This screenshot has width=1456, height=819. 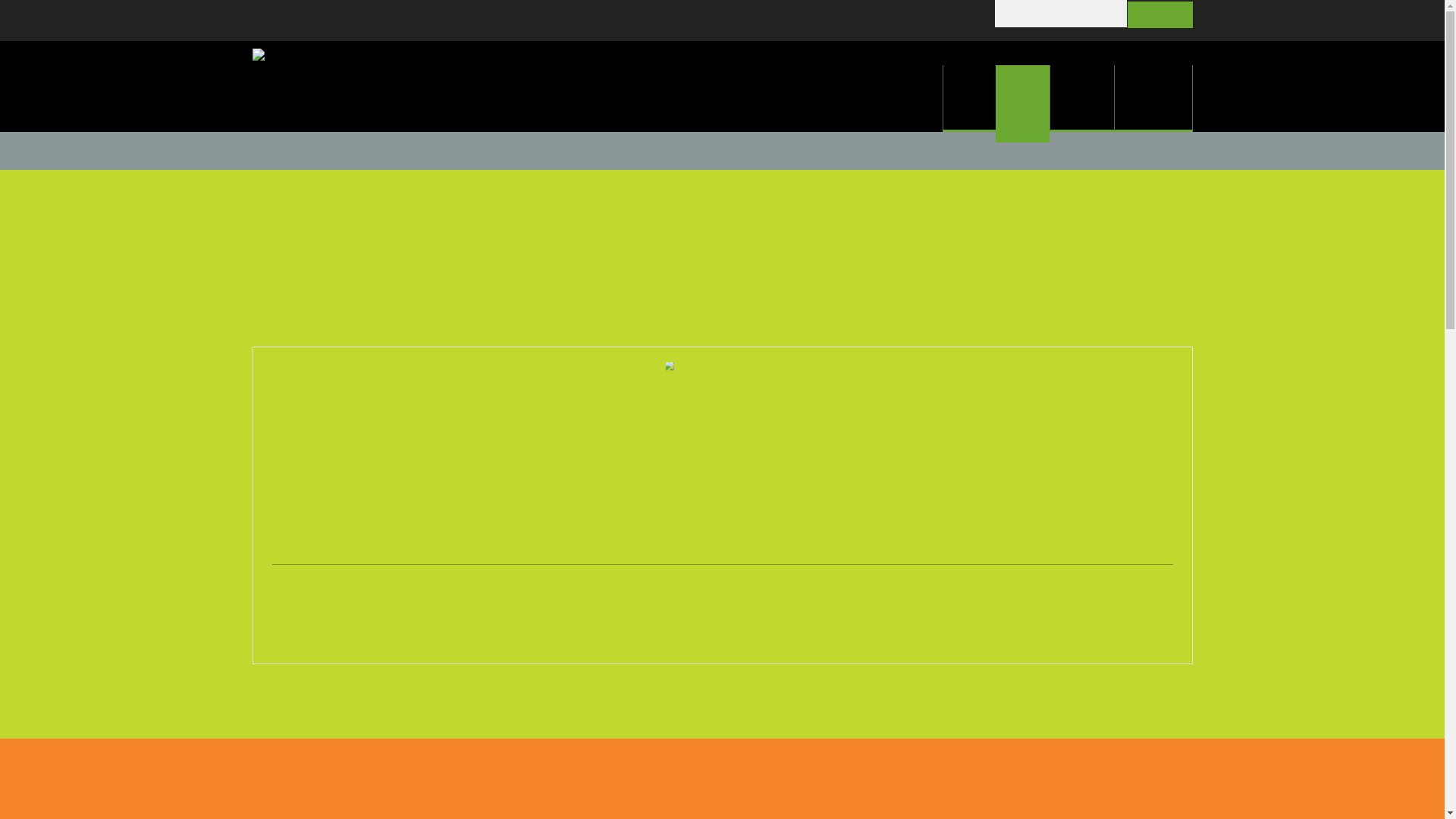 I want to click on 'Services', so click(x=1081, y=99).